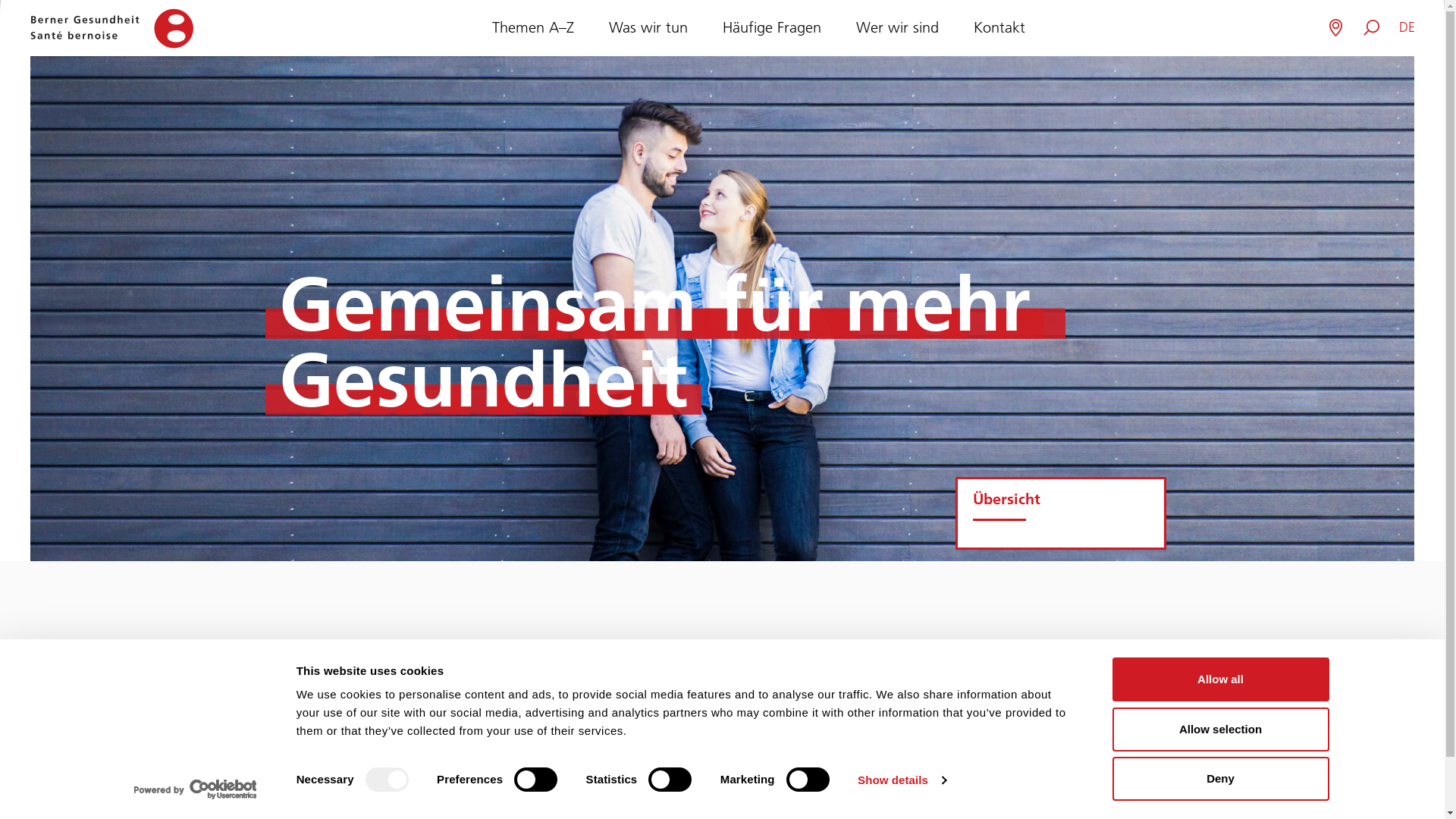 Image resolution: width=1456 pixels, height=819 pixels. Describe the element at coordinates (896, 27) in the screenshot. I see `'Wer wir sind'` at that location.